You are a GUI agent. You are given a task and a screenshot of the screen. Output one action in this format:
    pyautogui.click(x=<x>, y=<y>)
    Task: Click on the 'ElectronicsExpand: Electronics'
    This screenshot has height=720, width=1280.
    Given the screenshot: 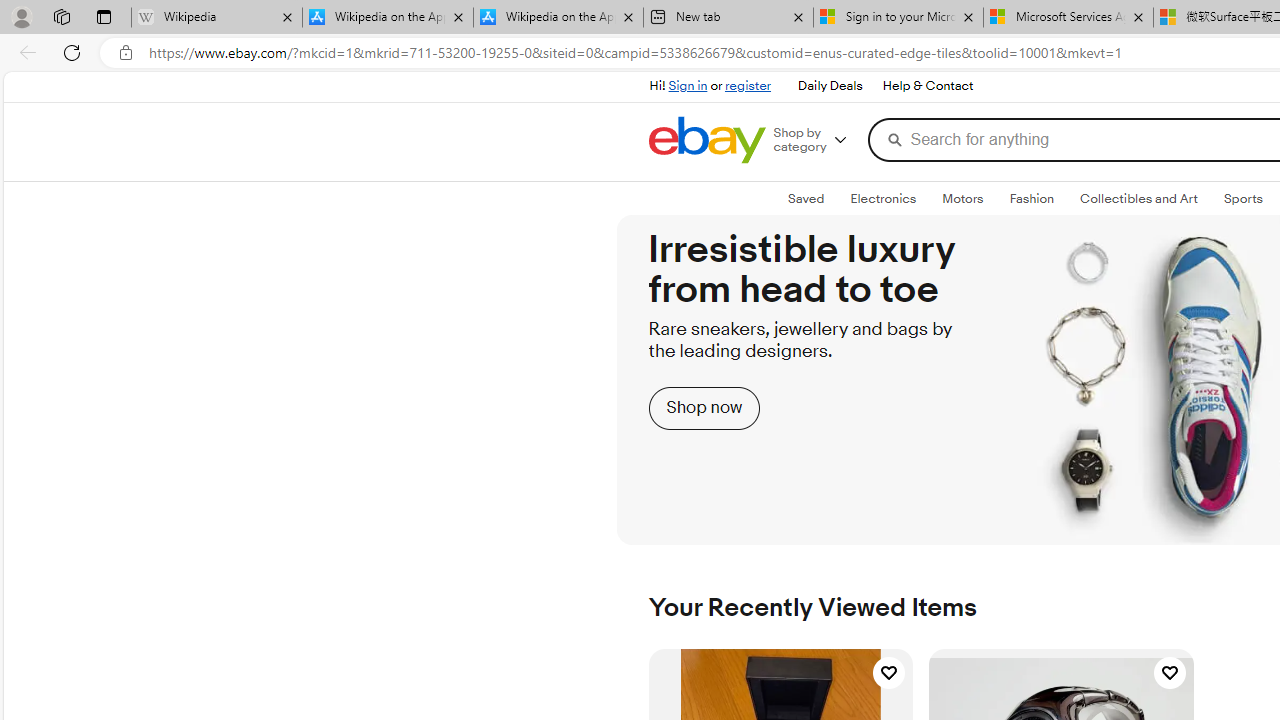 What is the action you would take?
    pyautogui.click(x=882, y=199)
    